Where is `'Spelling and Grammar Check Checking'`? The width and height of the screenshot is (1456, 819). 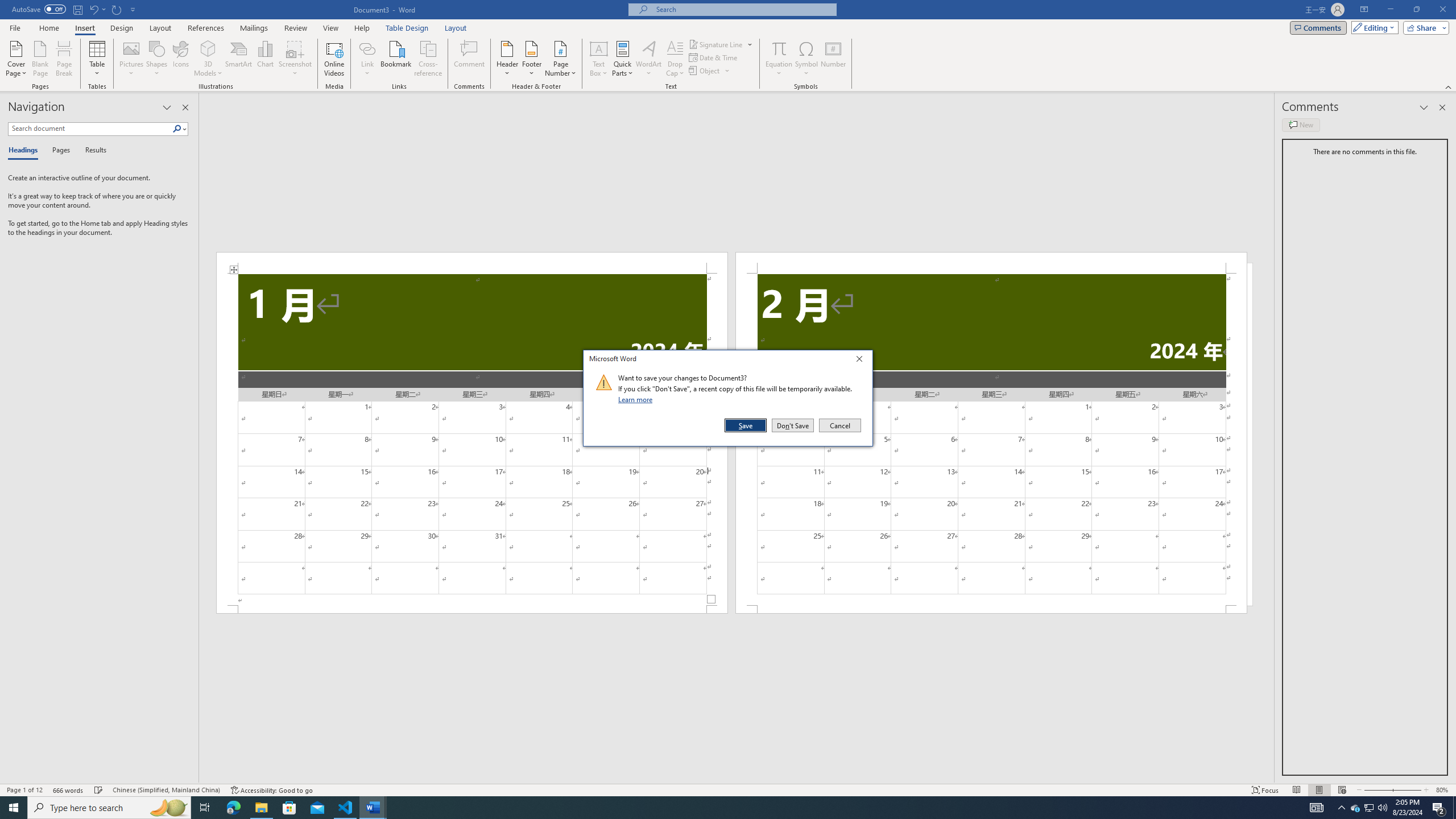
'Spelling and Grammar Check Checking' is located at coordinates (99, 790).